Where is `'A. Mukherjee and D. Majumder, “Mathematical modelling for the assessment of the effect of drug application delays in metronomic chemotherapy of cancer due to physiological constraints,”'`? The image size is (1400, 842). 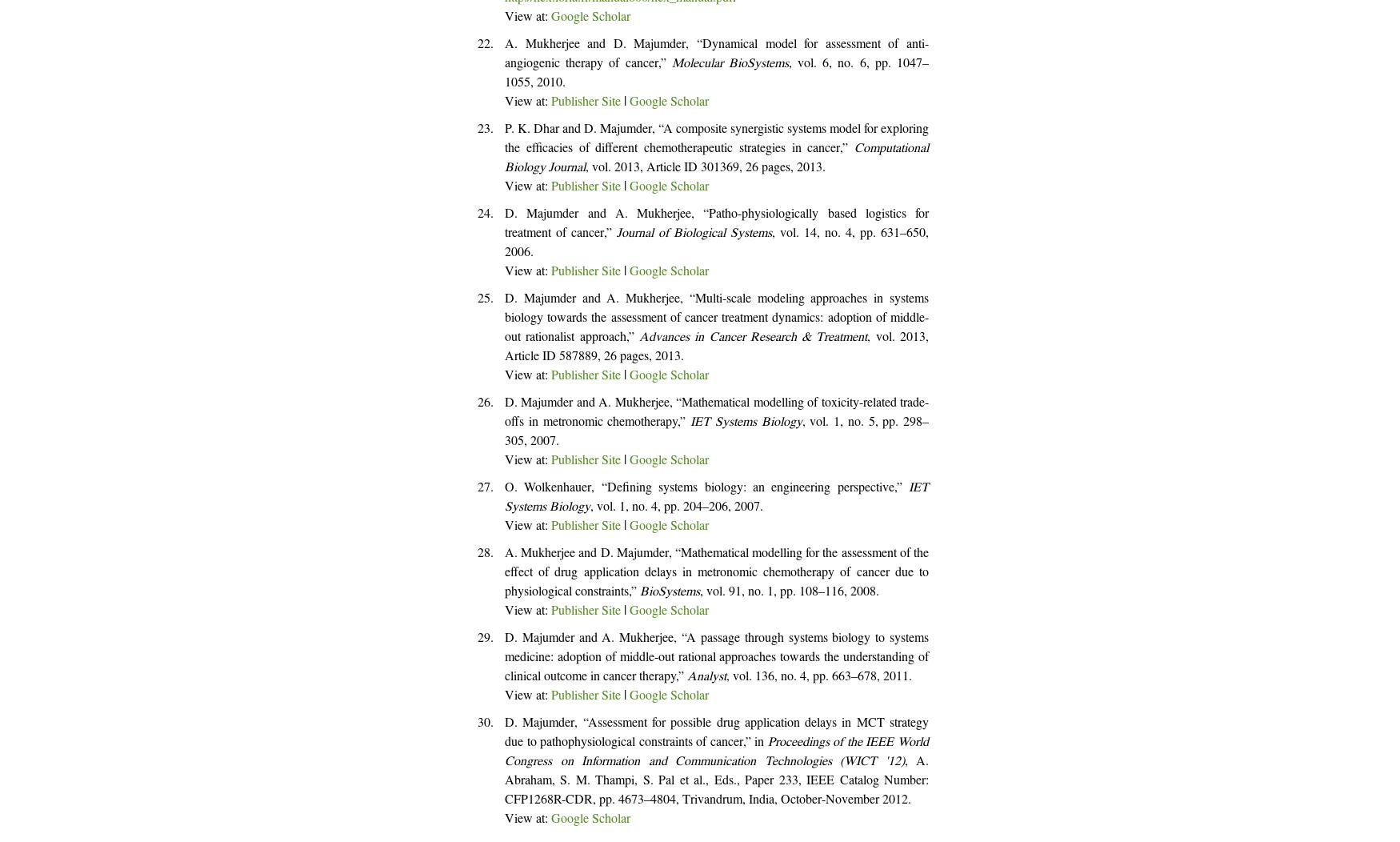
'A. Mukherjee and D. Majumder, “Mathematical modelling for the assessment of the effect of drug application delays in metronomic chemotherapy of cancer due to physiological constraints,”' is located at coordinates (716, 574).